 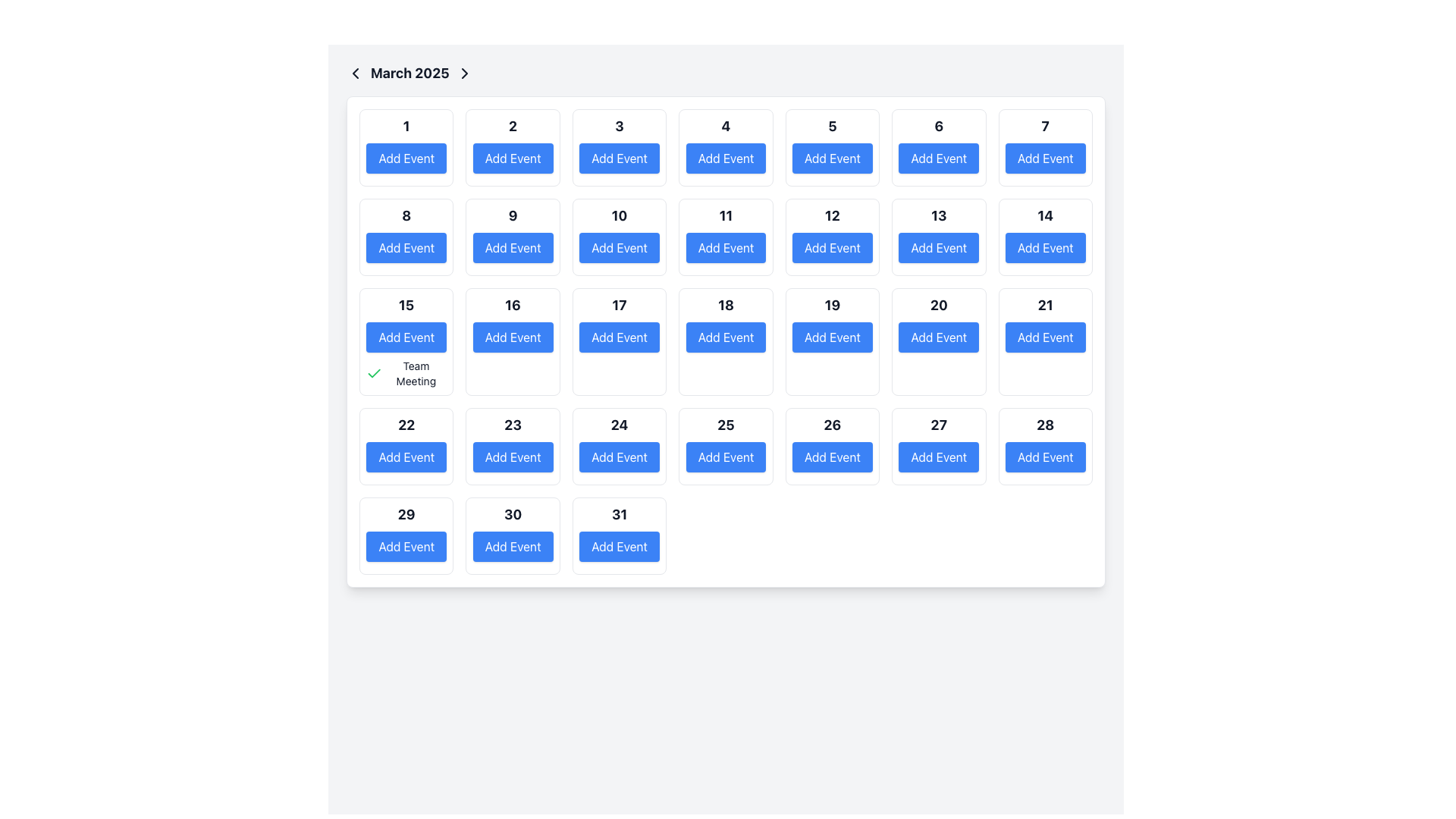 What do you see at coordinates (1044, 237) in the screenshot?
I see `the 'Add Event' button located below the date '14' in the Calendar Date Cell` at bounding box center [1044, 237].